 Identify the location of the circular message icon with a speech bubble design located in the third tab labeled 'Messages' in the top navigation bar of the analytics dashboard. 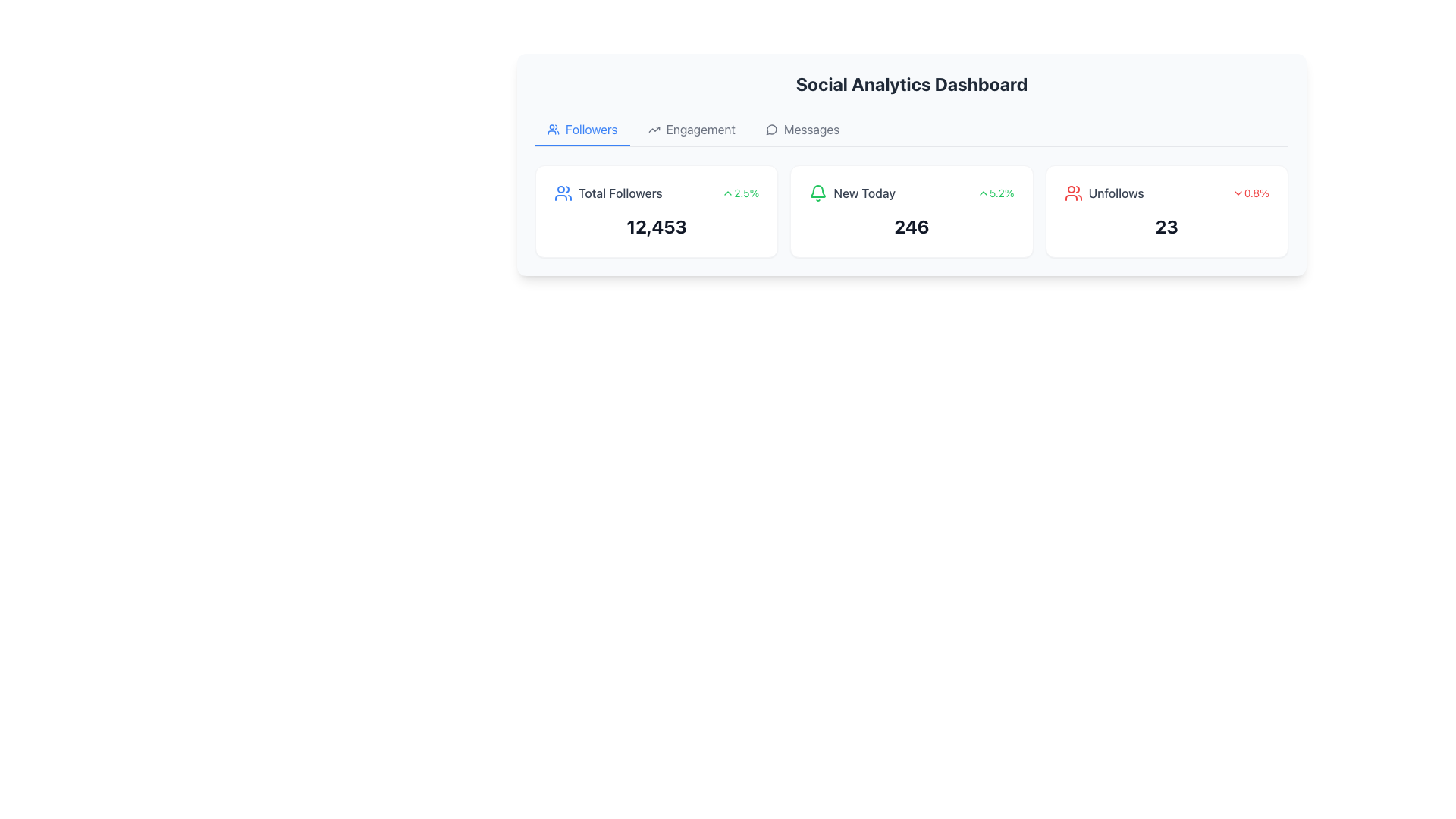
(771, 129).